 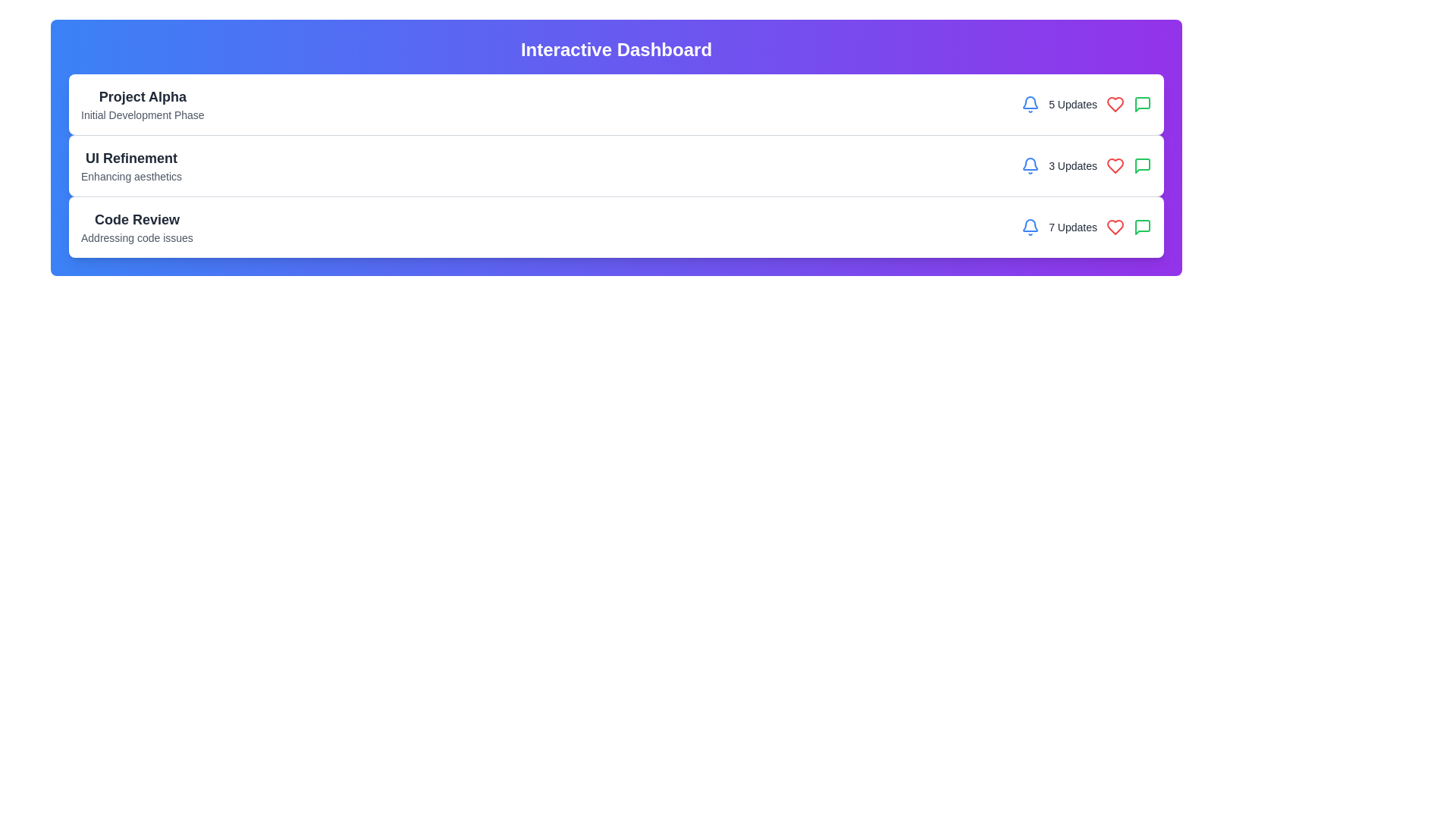 I want to click on the message or comments icon located in the third row of the dashboard layout, positioned to the far right next to other small icons, so click(x=1143, y=104).